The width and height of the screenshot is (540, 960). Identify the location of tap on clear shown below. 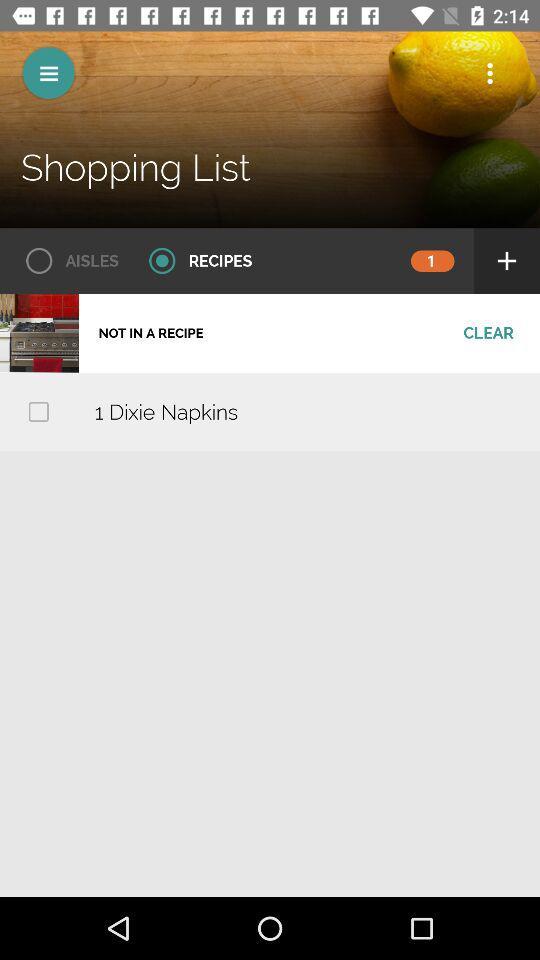
(487, 333).